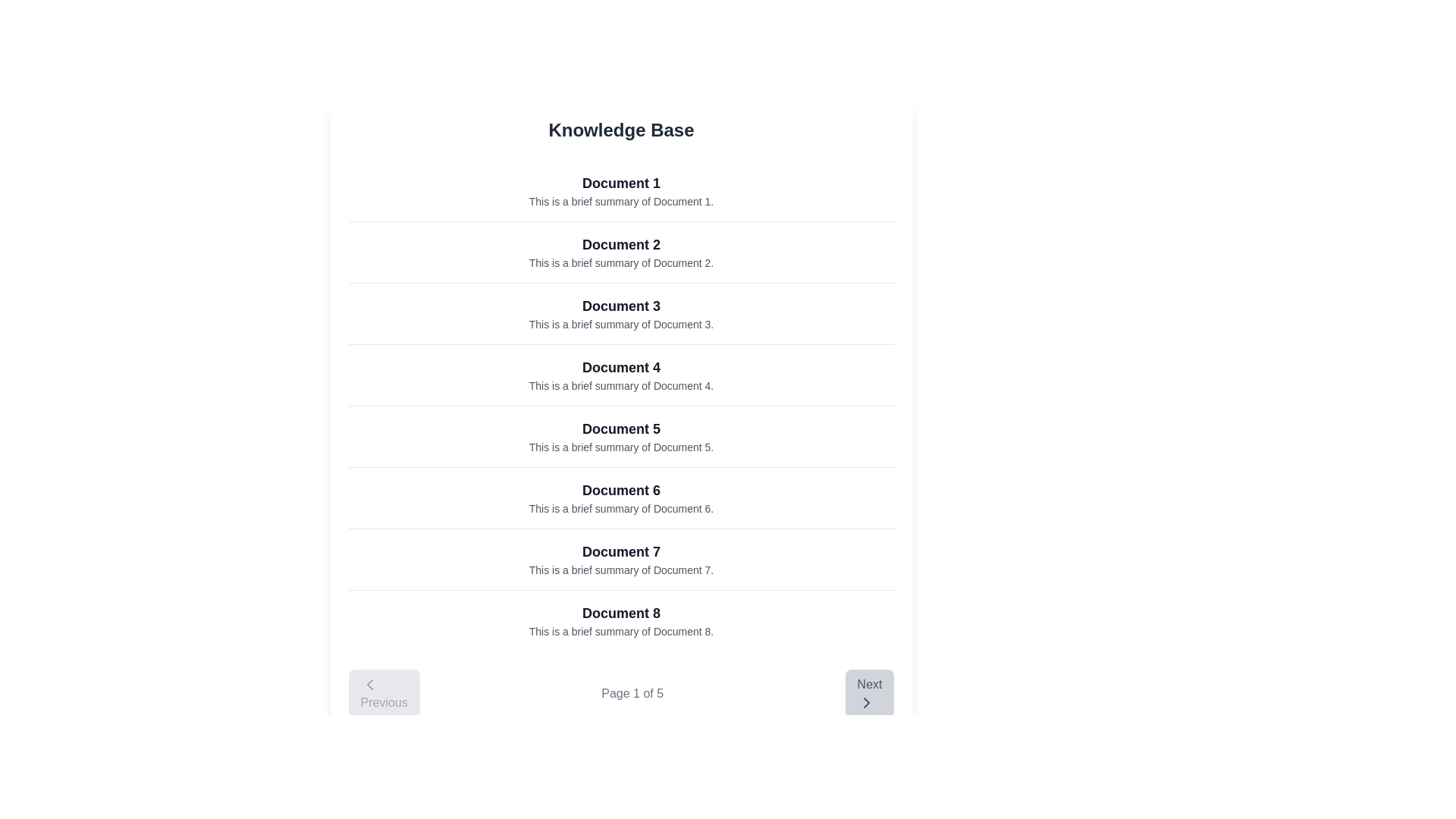 The height and width of the screenshot is (819, 1456). I want to click on the text block titled 'Document 2' which contains a summary of 'This is a brief summary of Document 2.', so click(621, 251).